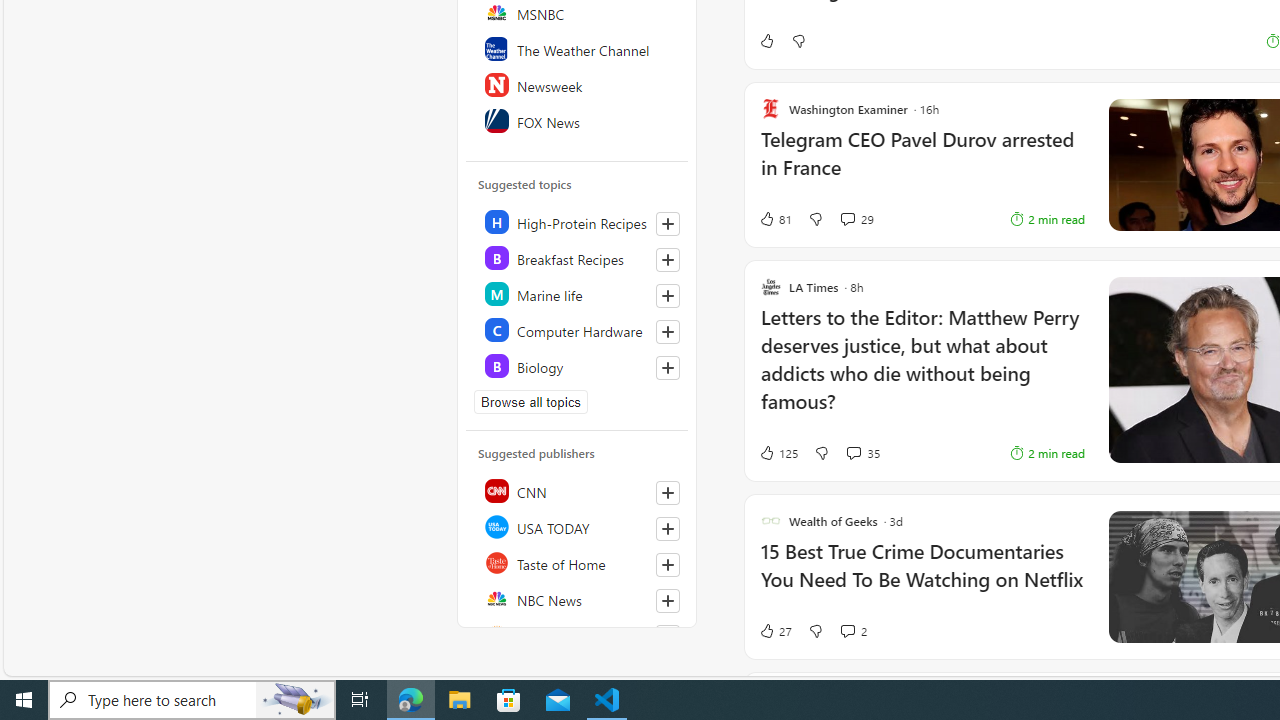 This screenshot has width=1280, height=720. Describe the element at coordinates (577, 635) in the screenshot. I see `'Reuters'` at that location.